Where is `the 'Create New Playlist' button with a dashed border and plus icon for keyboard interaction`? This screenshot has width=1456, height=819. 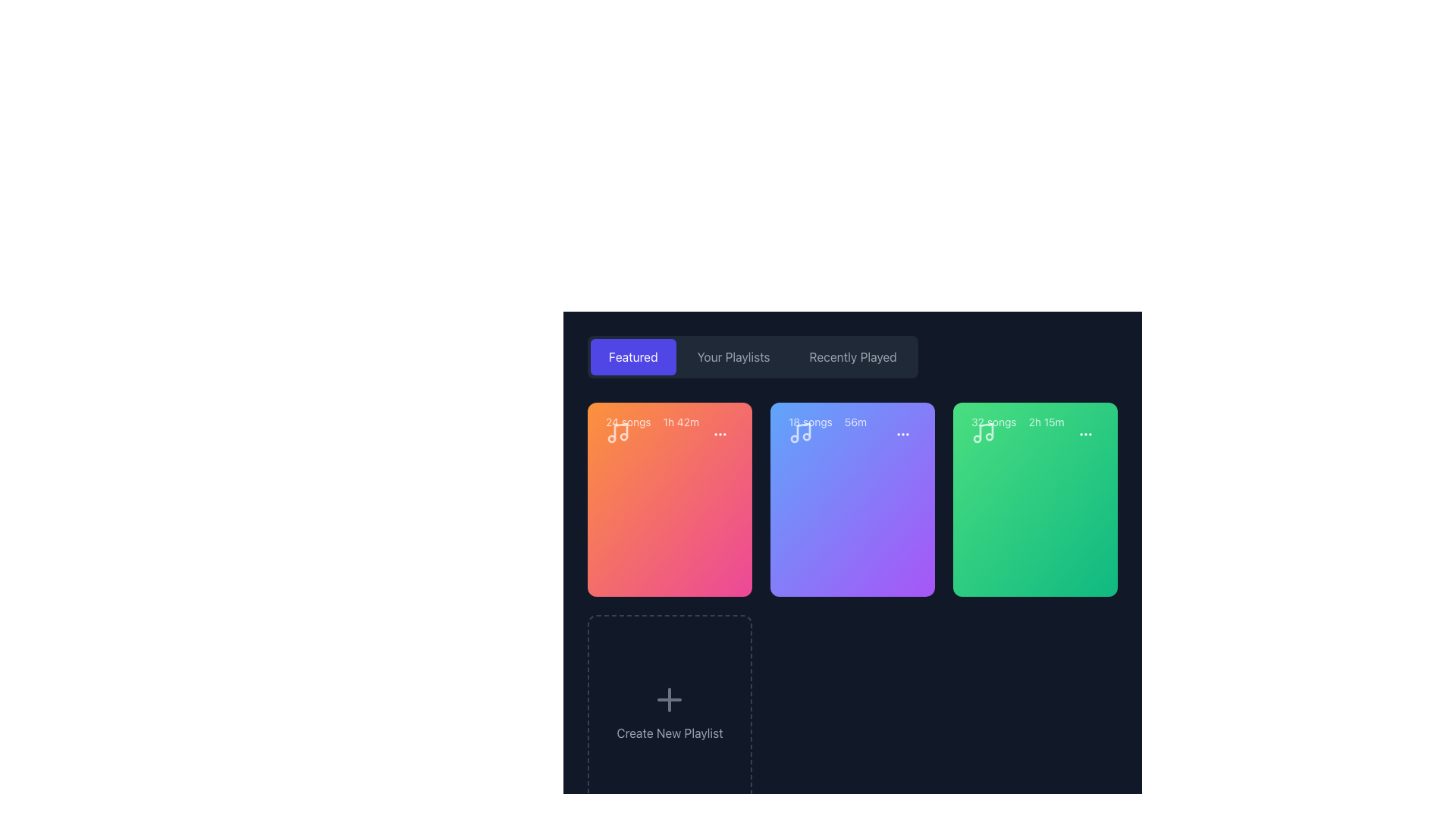 the 'Create New Playlist' button with a dashed border and plus icon for keyboard interaction is located at coordinates (669, 711).